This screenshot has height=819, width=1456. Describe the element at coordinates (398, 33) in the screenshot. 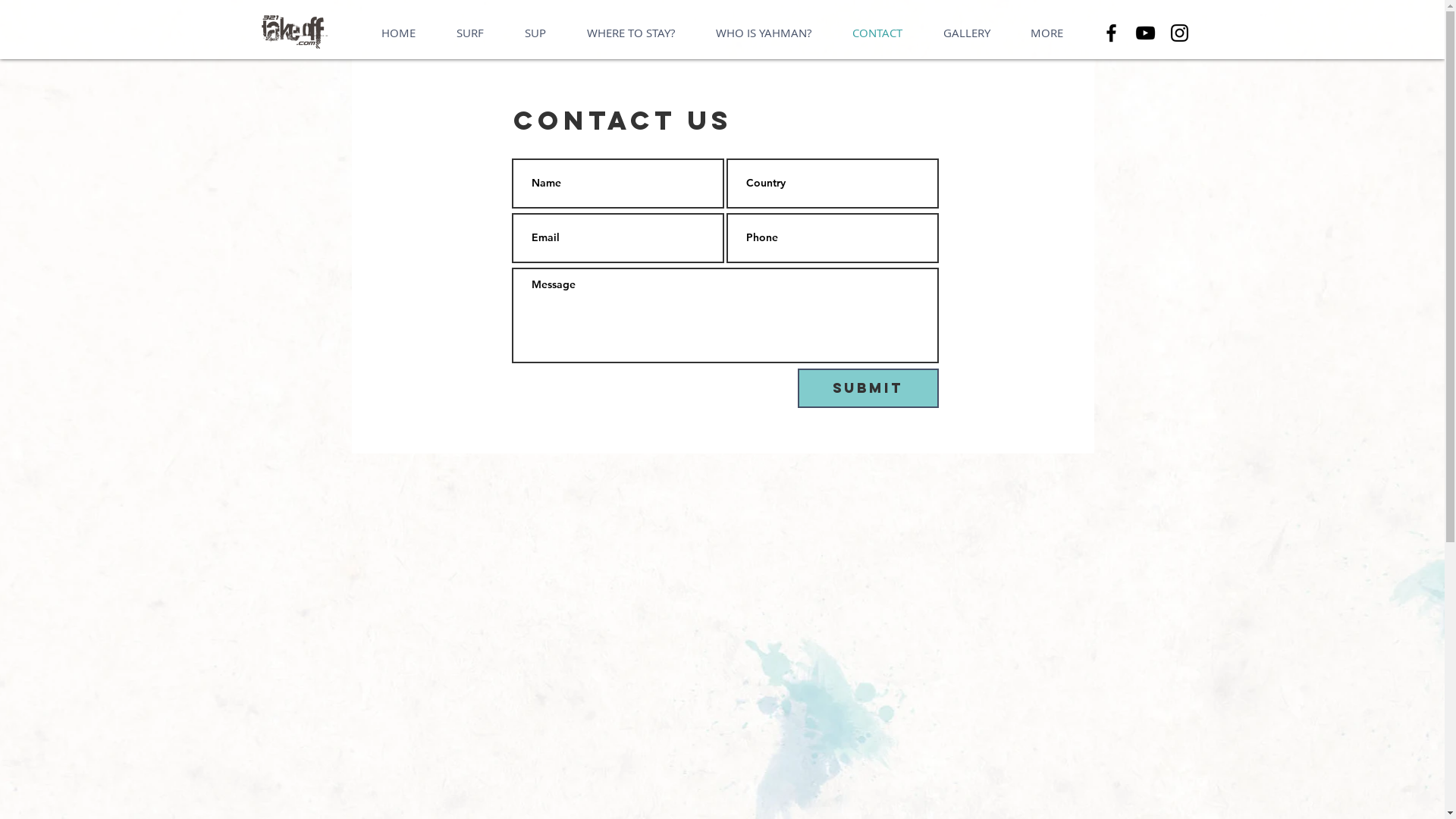

I see `'HOME'` at that location.